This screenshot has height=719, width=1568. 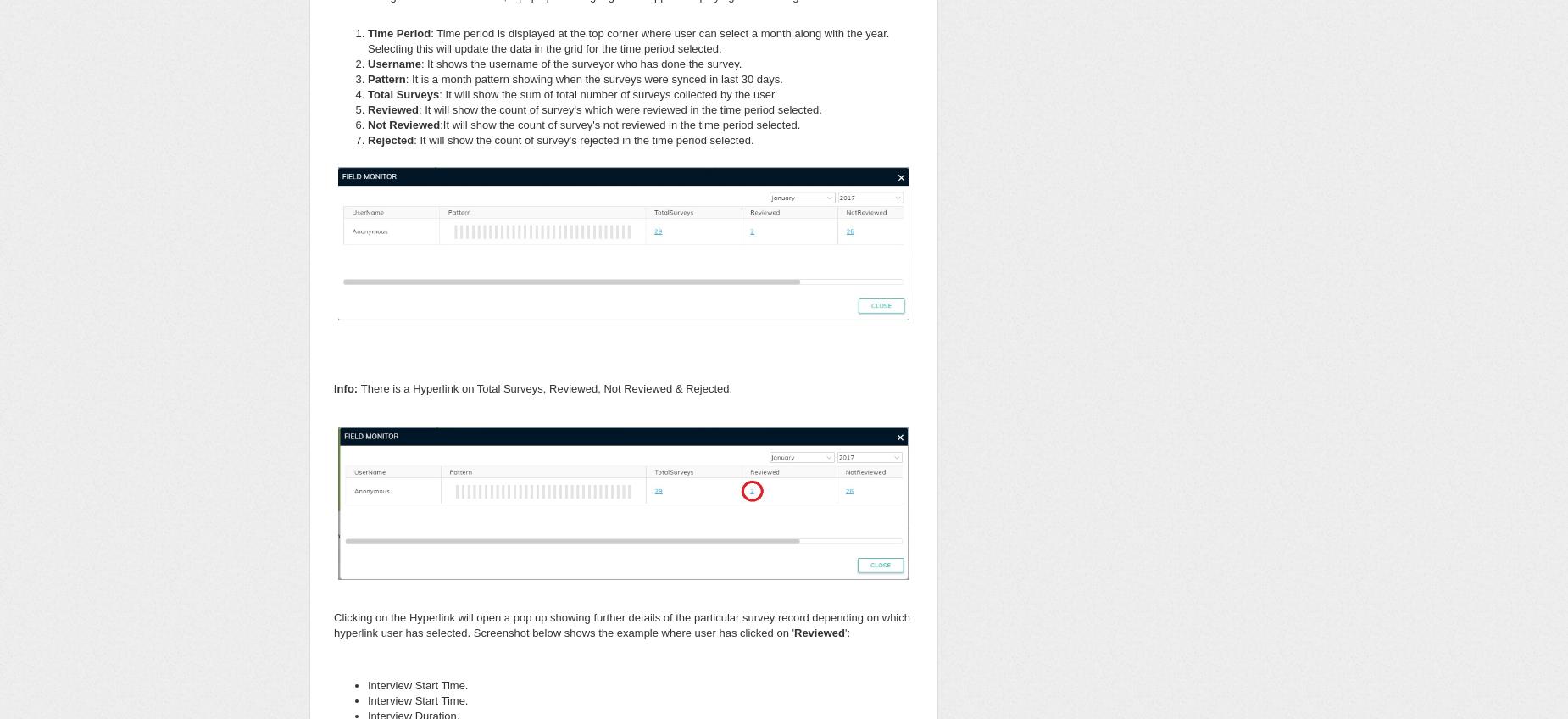 I want to click on 'Clicking on the Hyperlink will open a pop up showing further details of the particular survey record depending on which hyperlink user has selected. Screenshot below shows the example where user has clicked on '', so click(x=622, y=625).